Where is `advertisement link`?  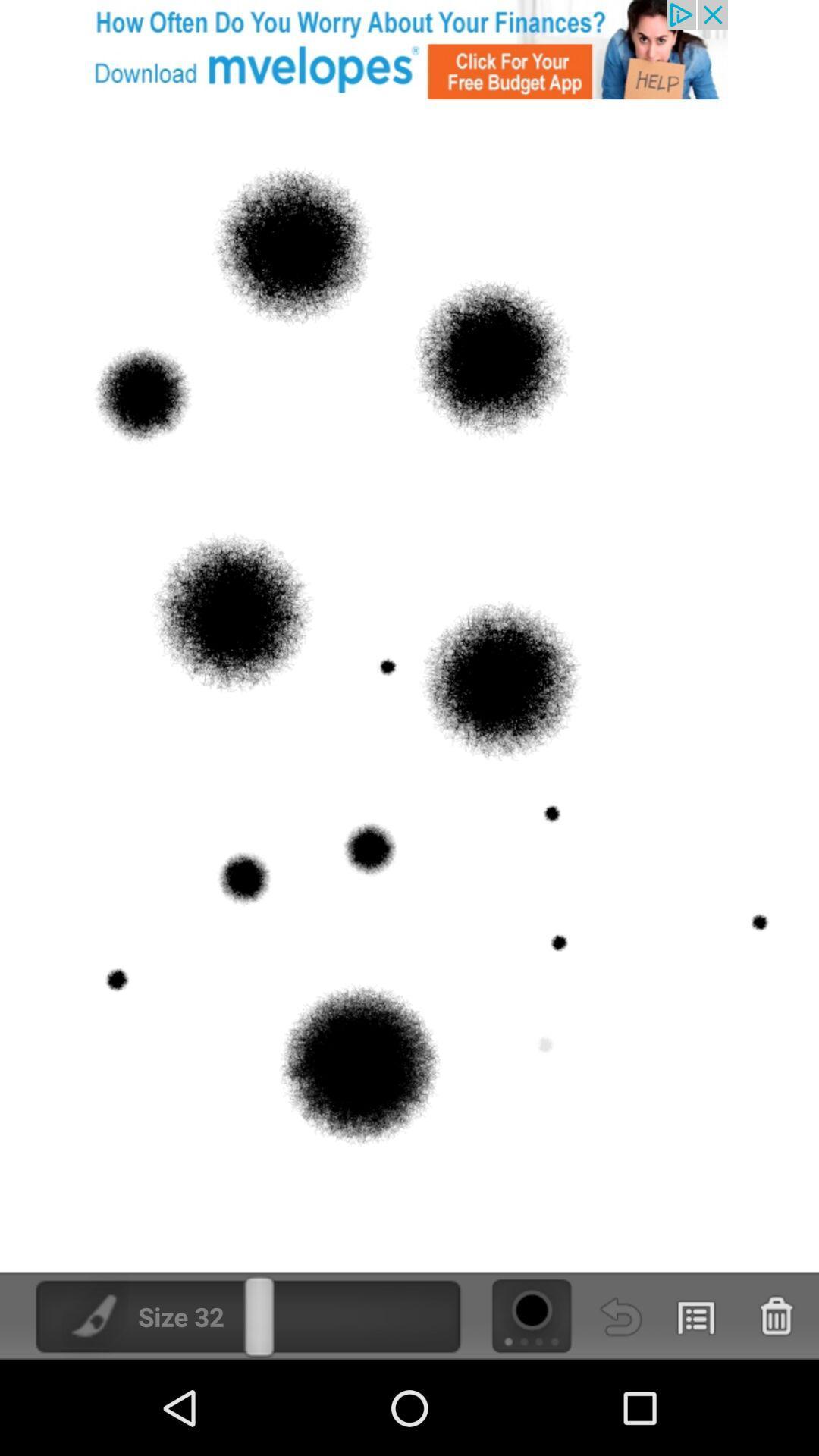 advertisement link is located at coordinates (409, 49).